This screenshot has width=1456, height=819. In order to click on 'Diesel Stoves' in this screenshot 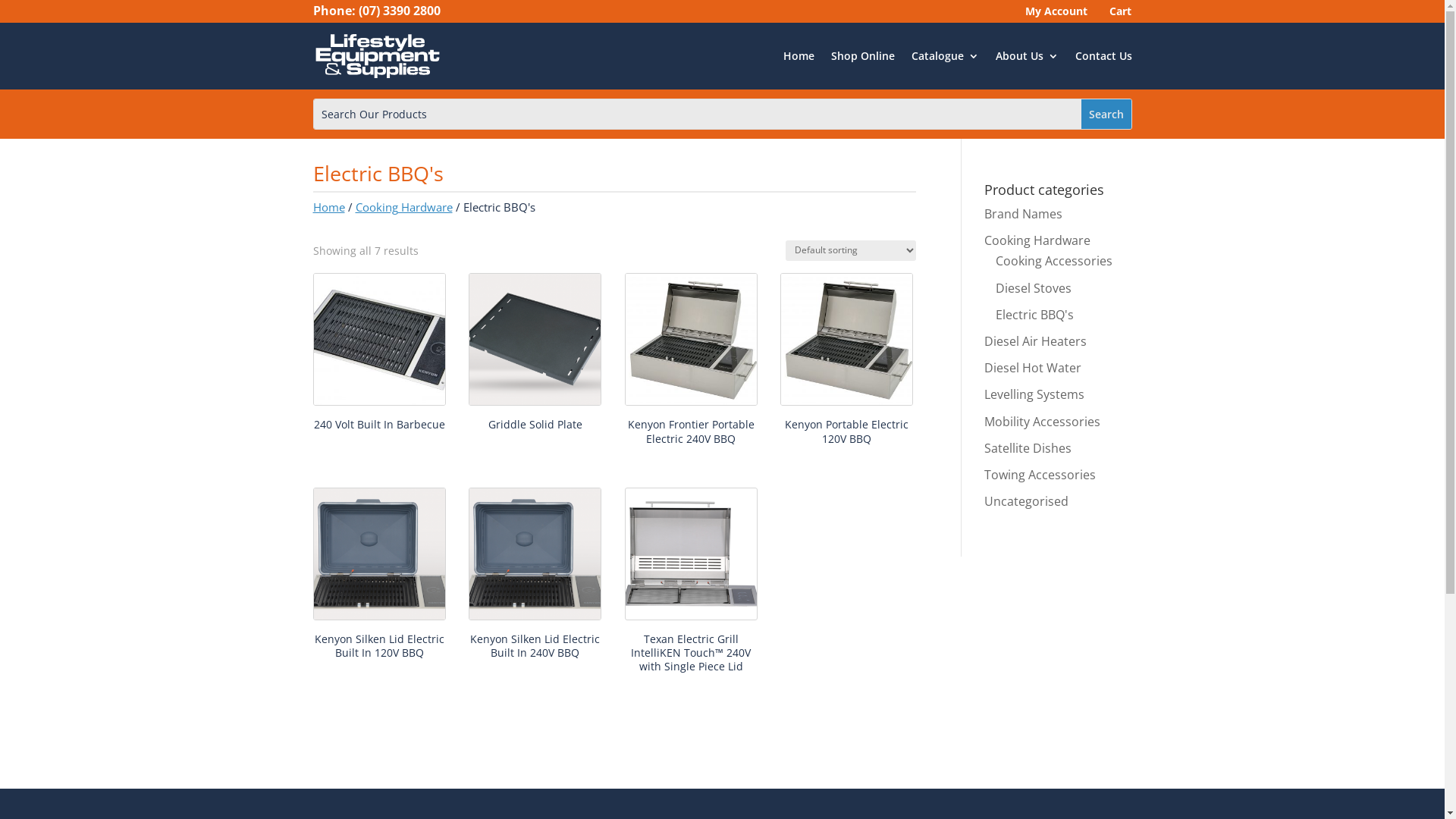, I will do `click(1033, 288)`.